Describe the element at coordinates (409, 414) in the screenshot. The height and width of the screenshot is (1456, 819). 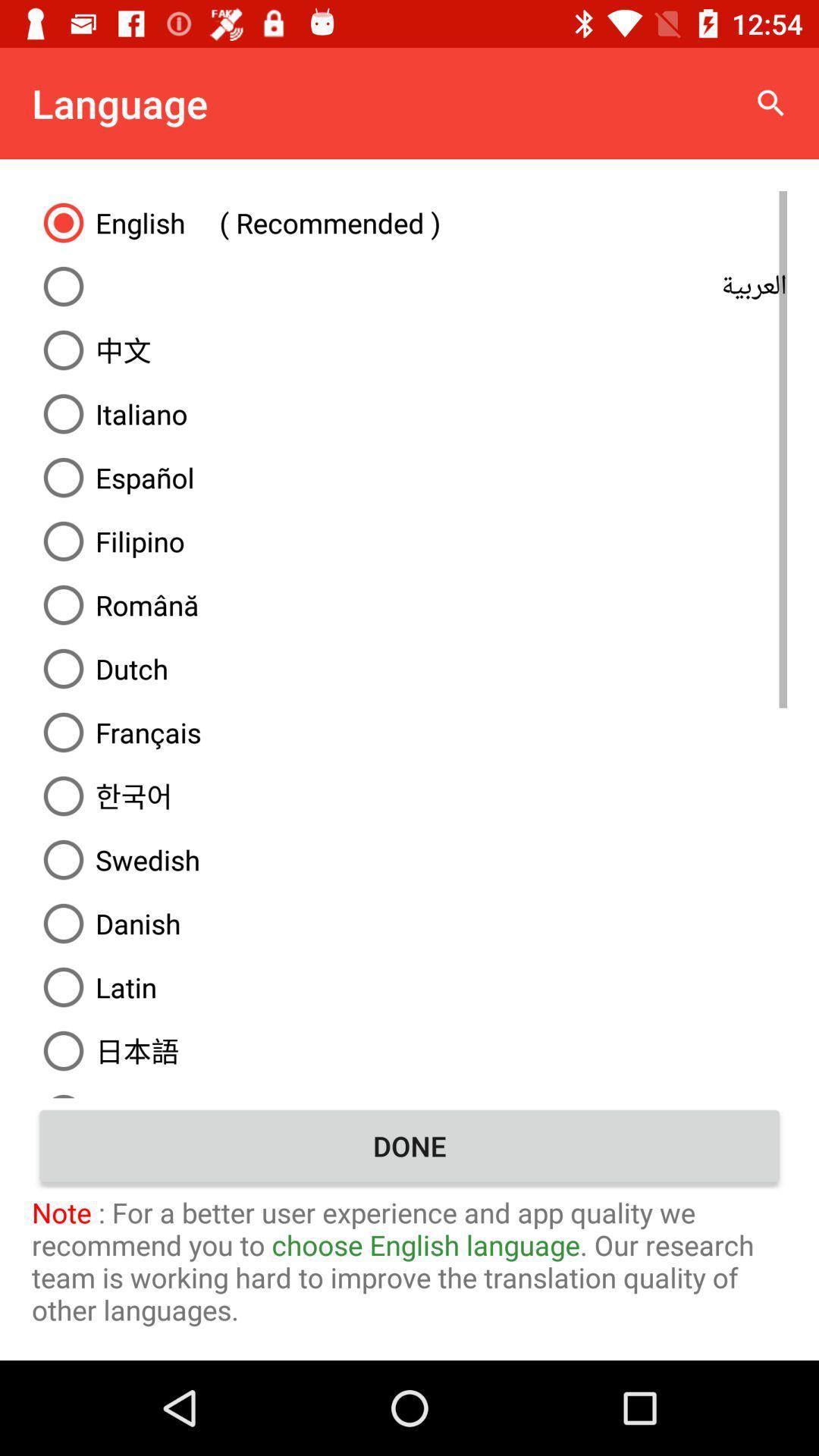
I see `the italiano item` at that location.